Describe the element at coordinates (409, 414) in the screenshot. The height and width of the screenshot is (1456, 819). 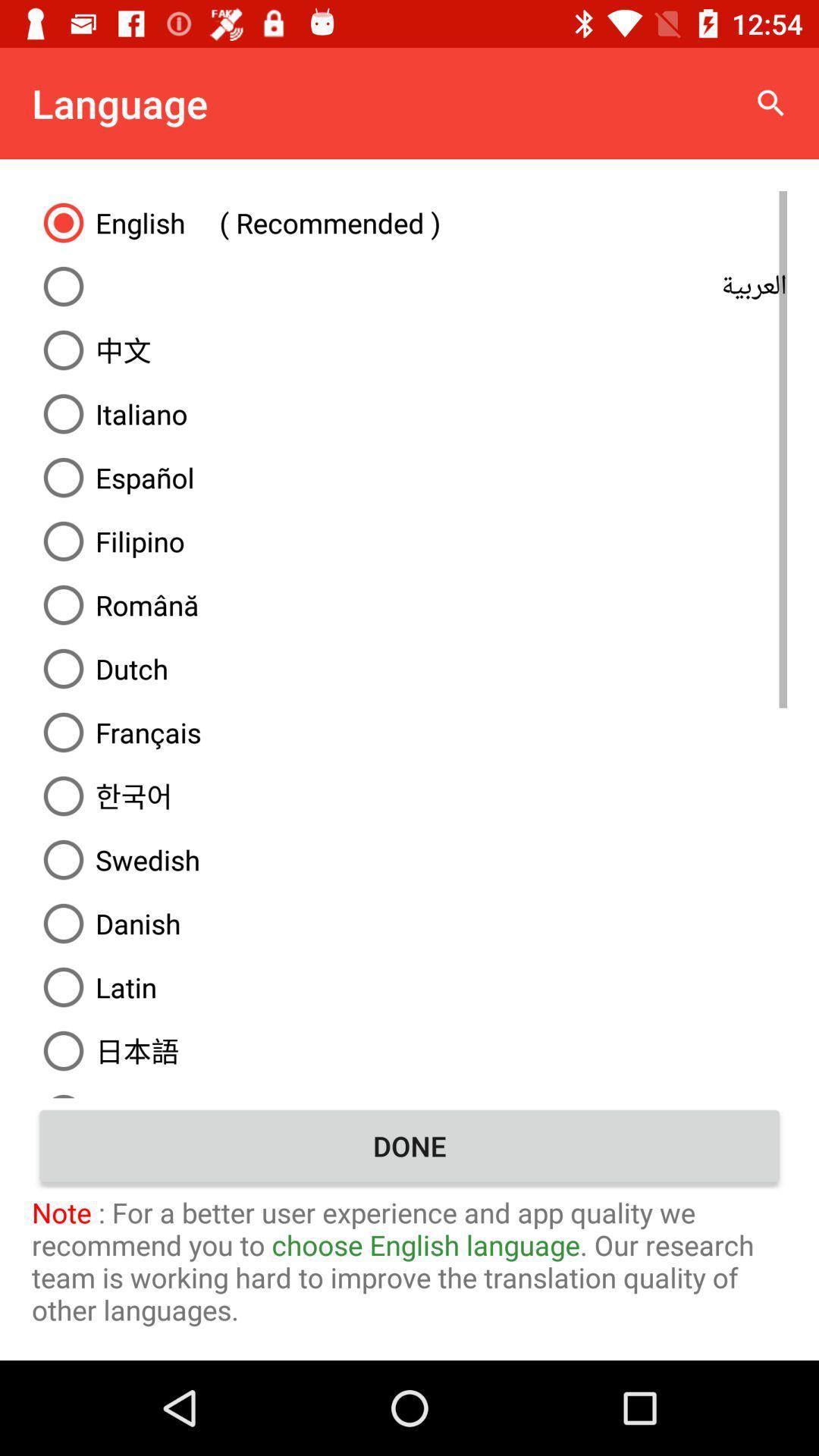
I see `the italiano item` at that location.